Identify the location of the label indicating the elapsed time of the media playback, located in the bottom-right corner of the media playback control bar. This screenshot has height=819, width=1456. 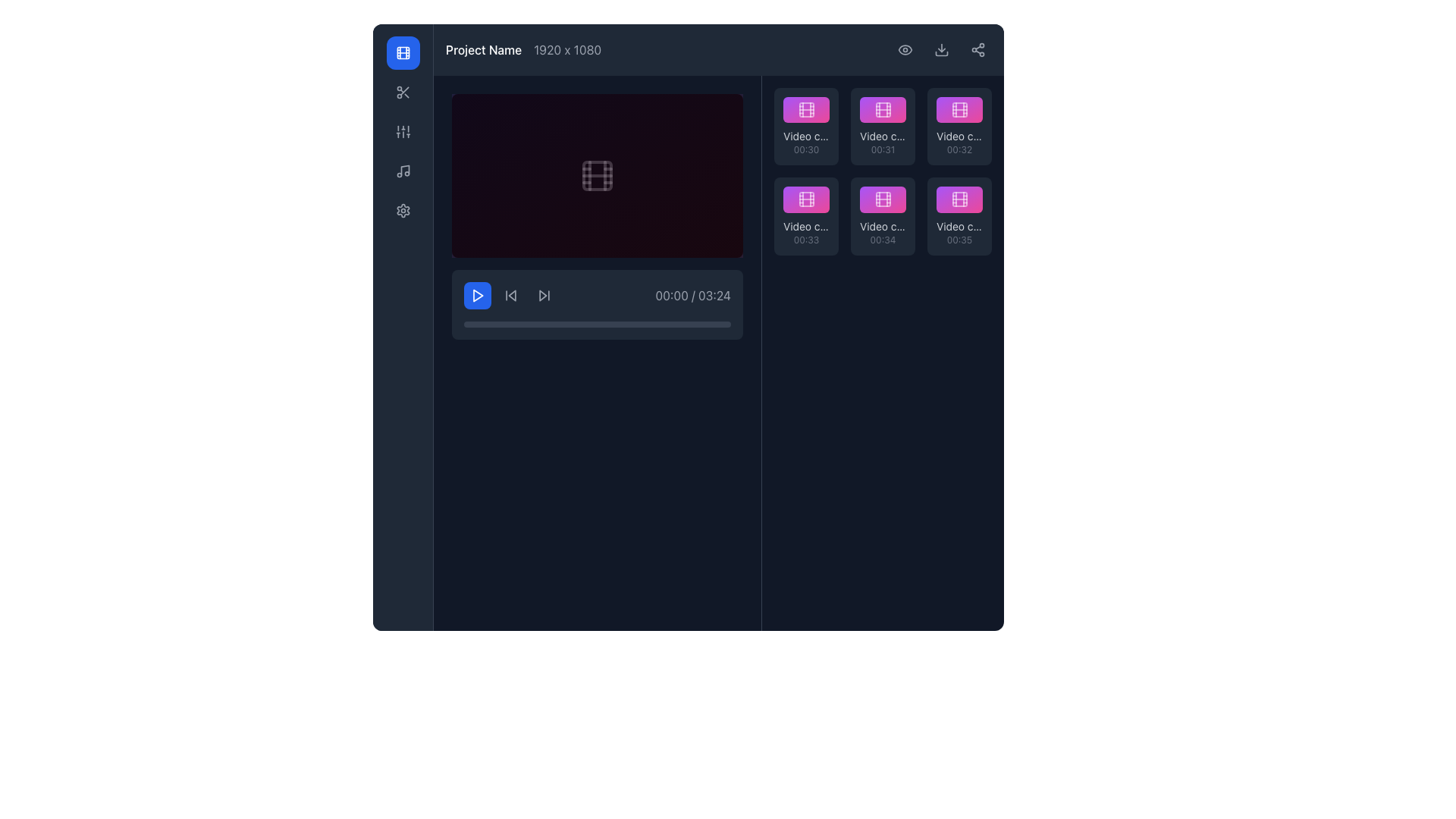
(692, 295).